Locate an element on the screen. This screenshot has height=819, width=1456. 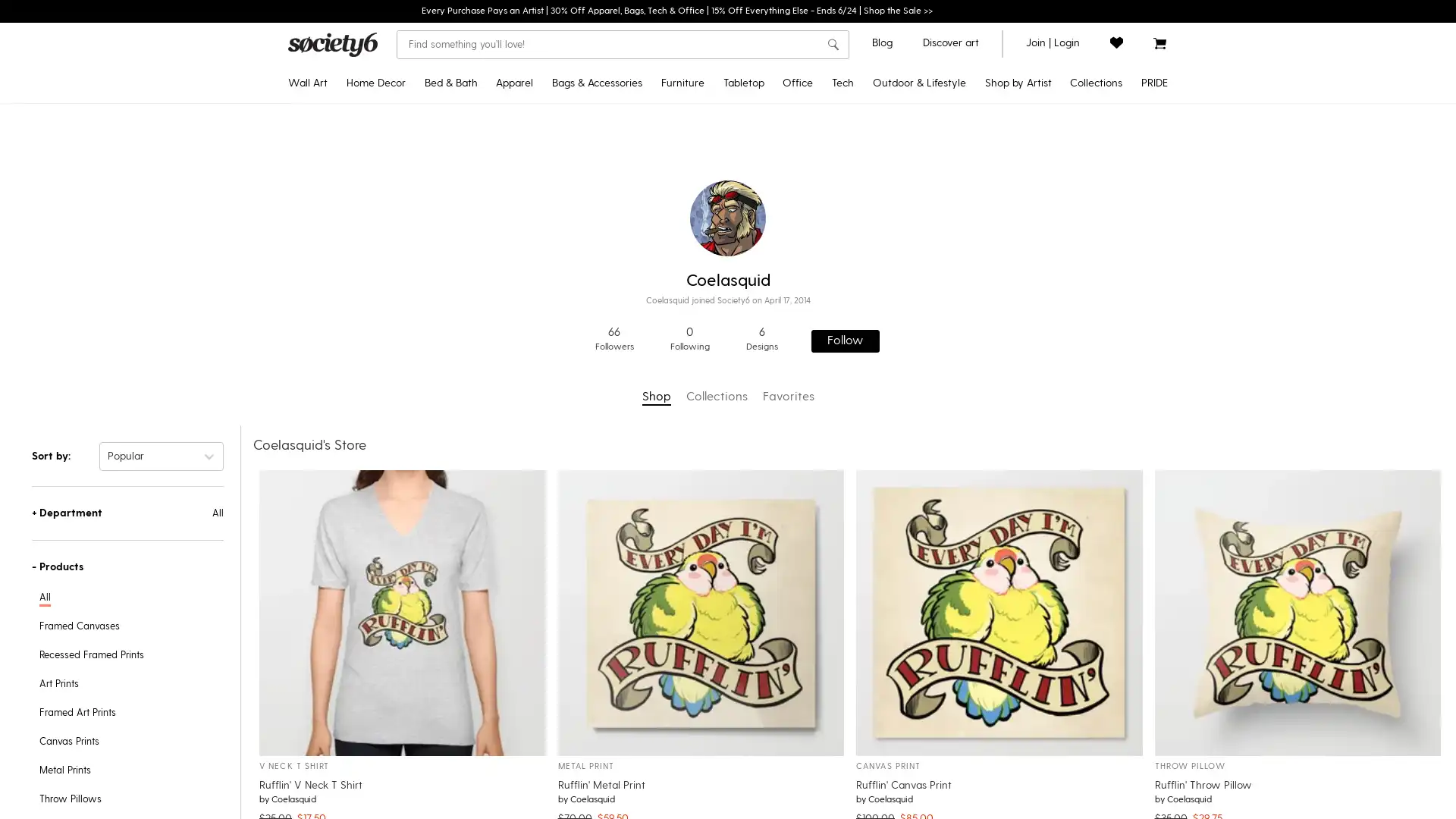
Cutting Boards is located at coordinates (771, 315).